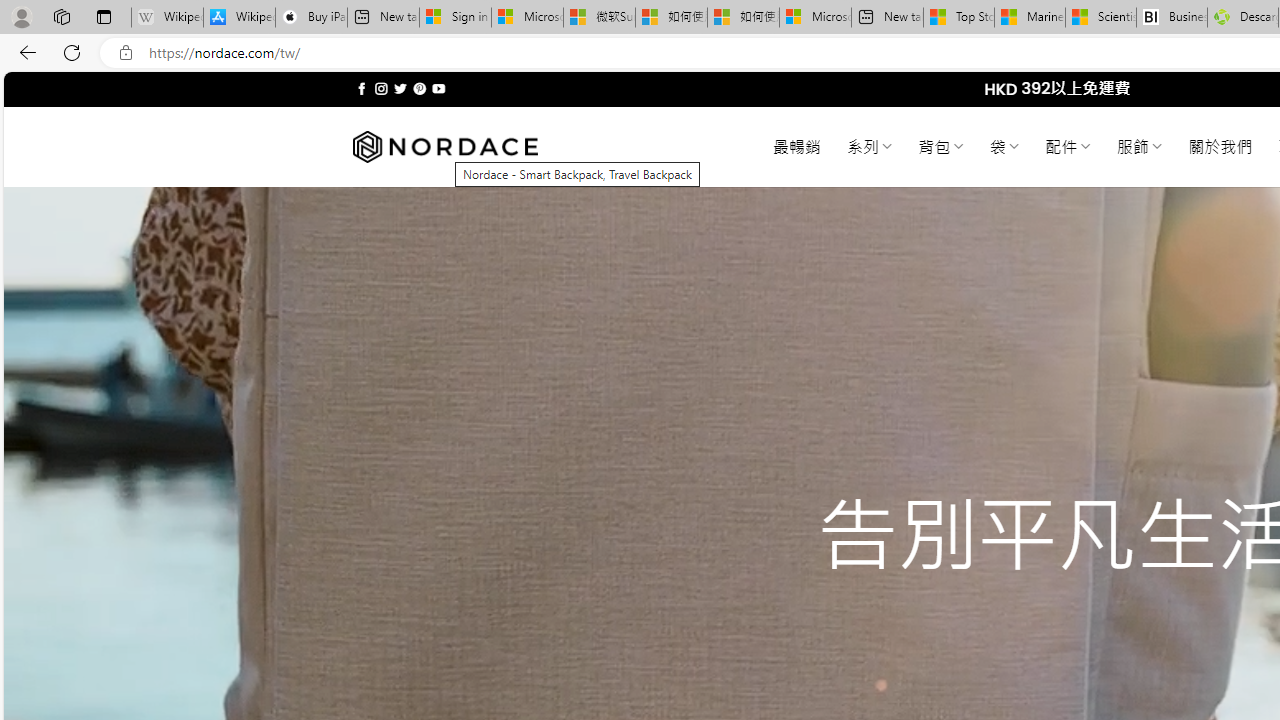 The image size is (1280, 720). Describe the element at coordinates (438, 88) in the screenshot. I see `'Follow on YouTube'` at that location.